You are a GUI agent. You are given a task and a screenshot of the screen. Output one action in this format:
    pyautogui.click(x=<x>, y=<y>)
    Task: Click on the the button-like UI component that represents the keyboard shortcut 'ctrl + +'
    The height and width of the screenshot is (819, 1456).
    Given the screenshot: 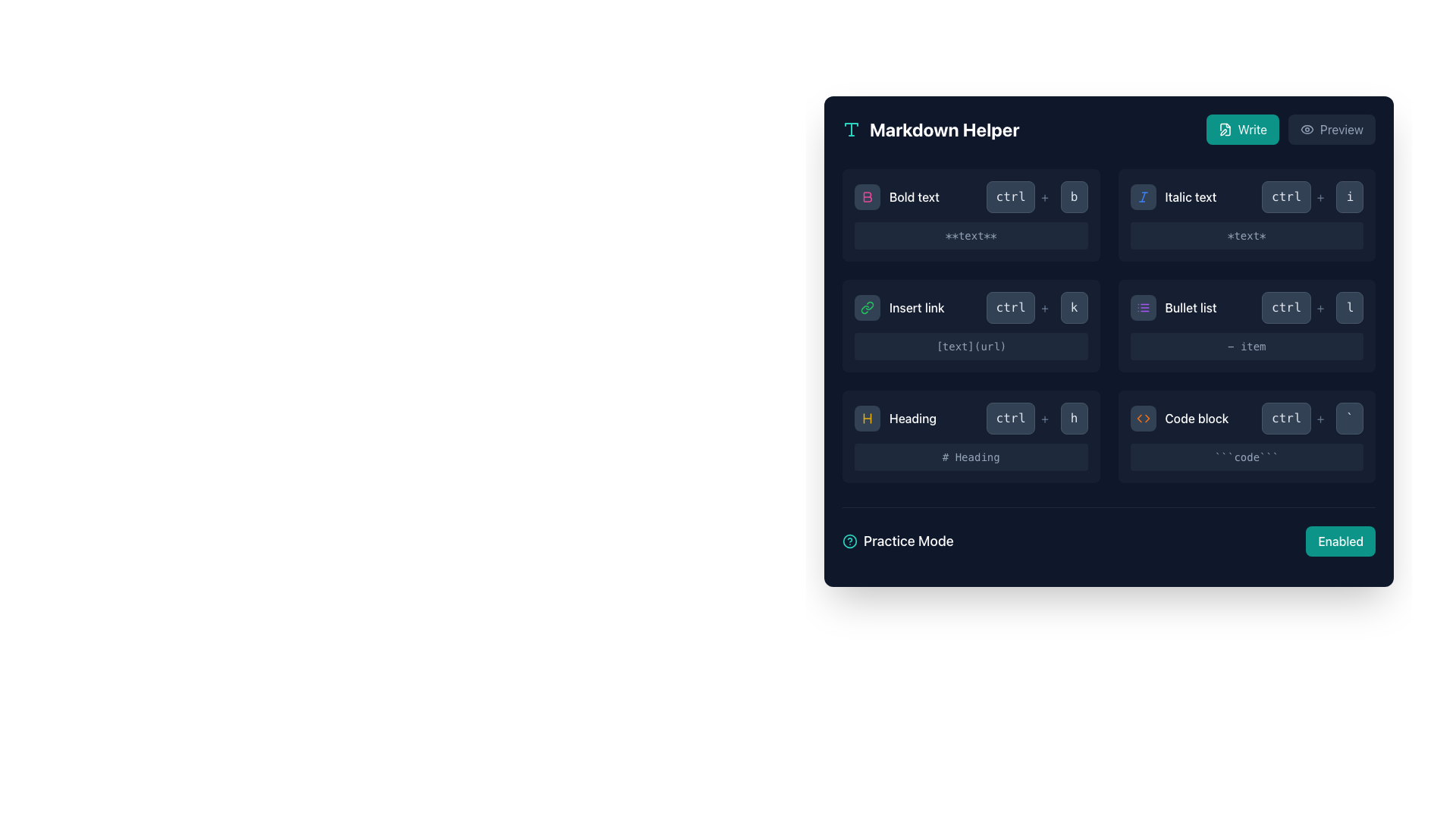 What is the action you would take?
    pyautogui.click(x=1020, y=307)
    